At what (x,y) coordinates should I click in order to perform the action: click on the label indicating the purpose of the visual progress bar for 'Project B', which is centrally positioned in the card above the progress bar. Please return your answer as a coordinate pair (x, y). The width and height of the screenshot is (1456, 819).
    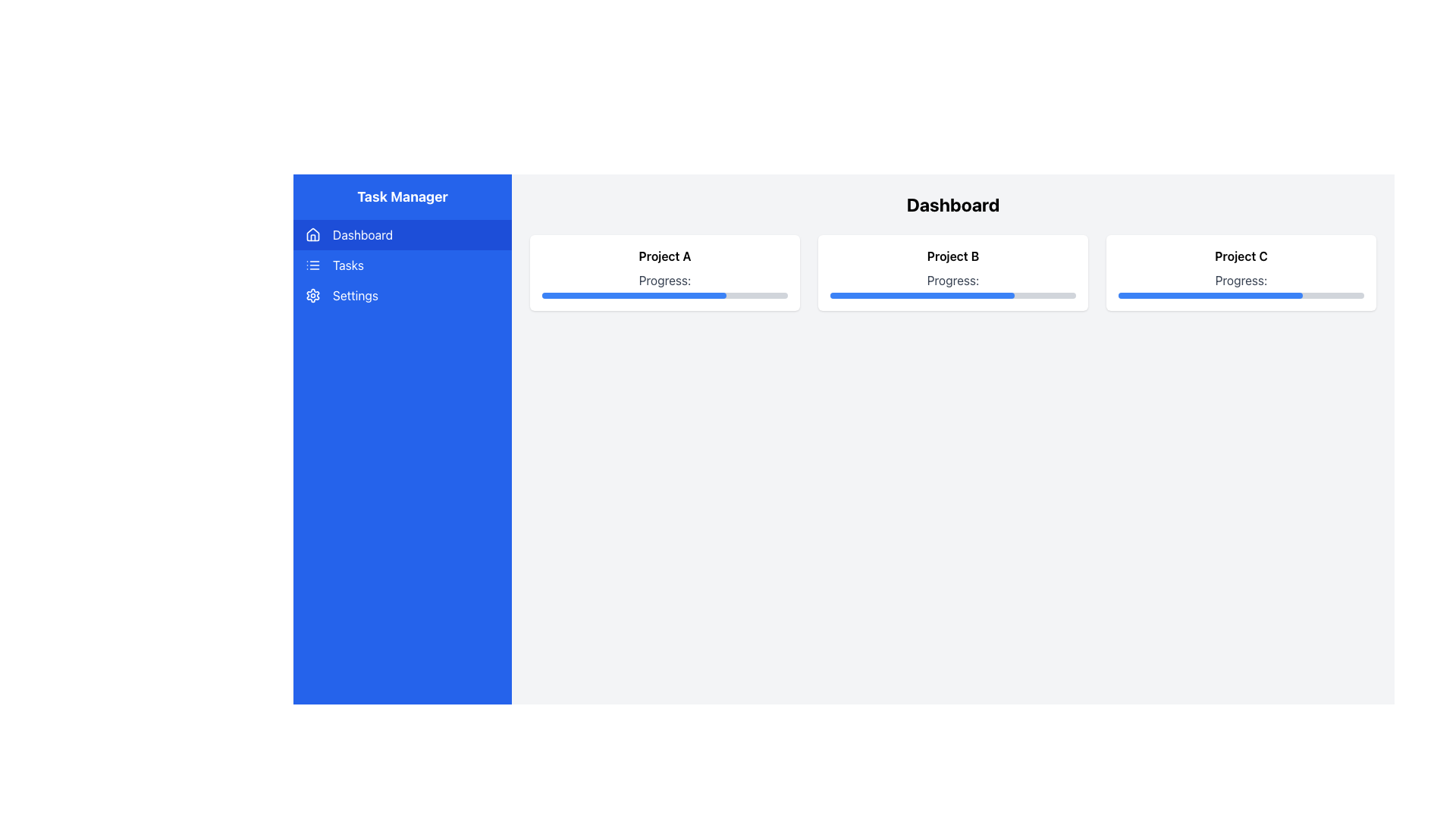
    Looking at the image, I should click on (952, 284).